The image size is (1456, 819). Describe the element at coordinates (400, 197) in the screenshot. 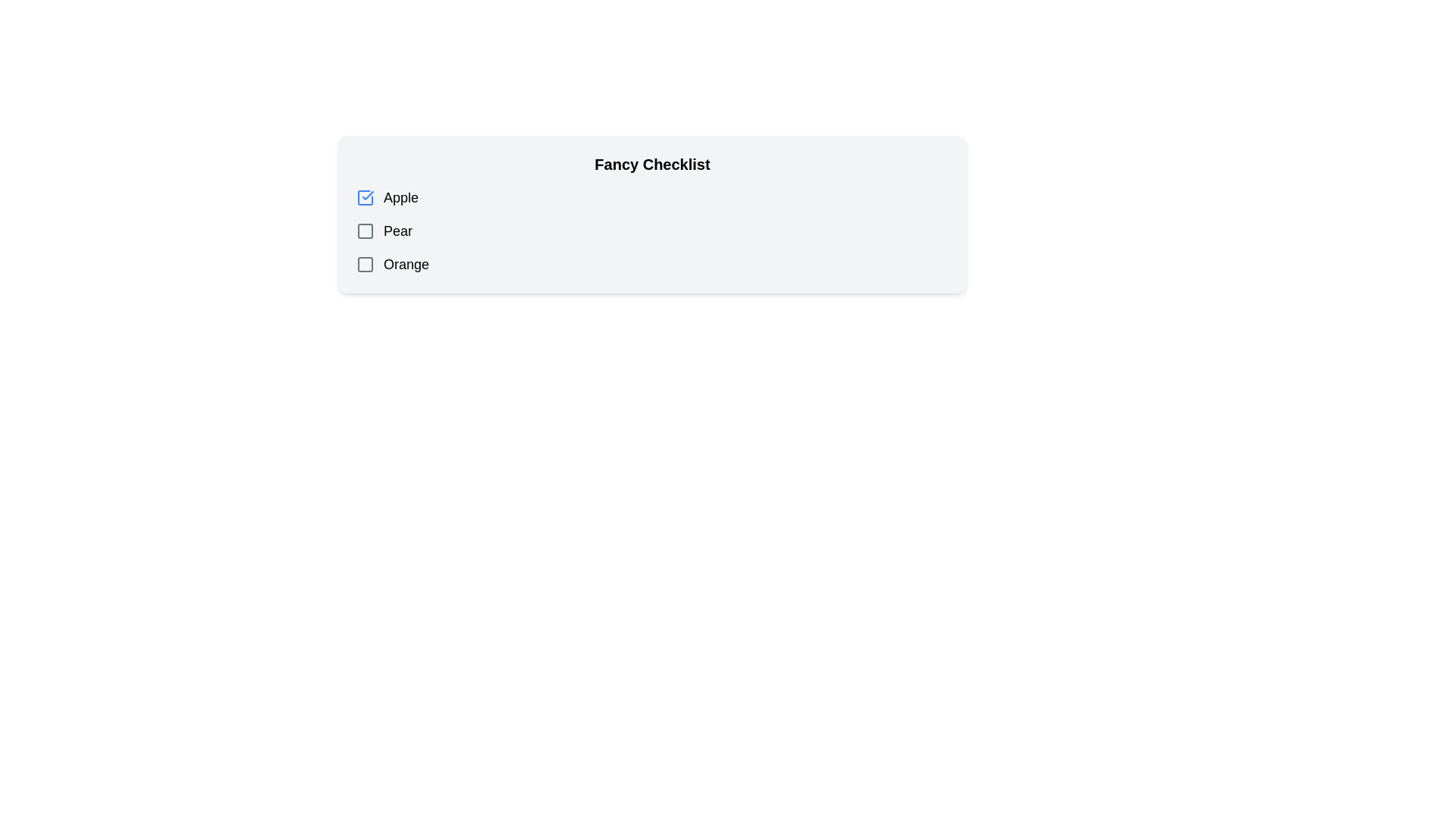

I see `the checkbox associated with the label 'Apple', which is the first item in the Fancy Checklist` at that location.